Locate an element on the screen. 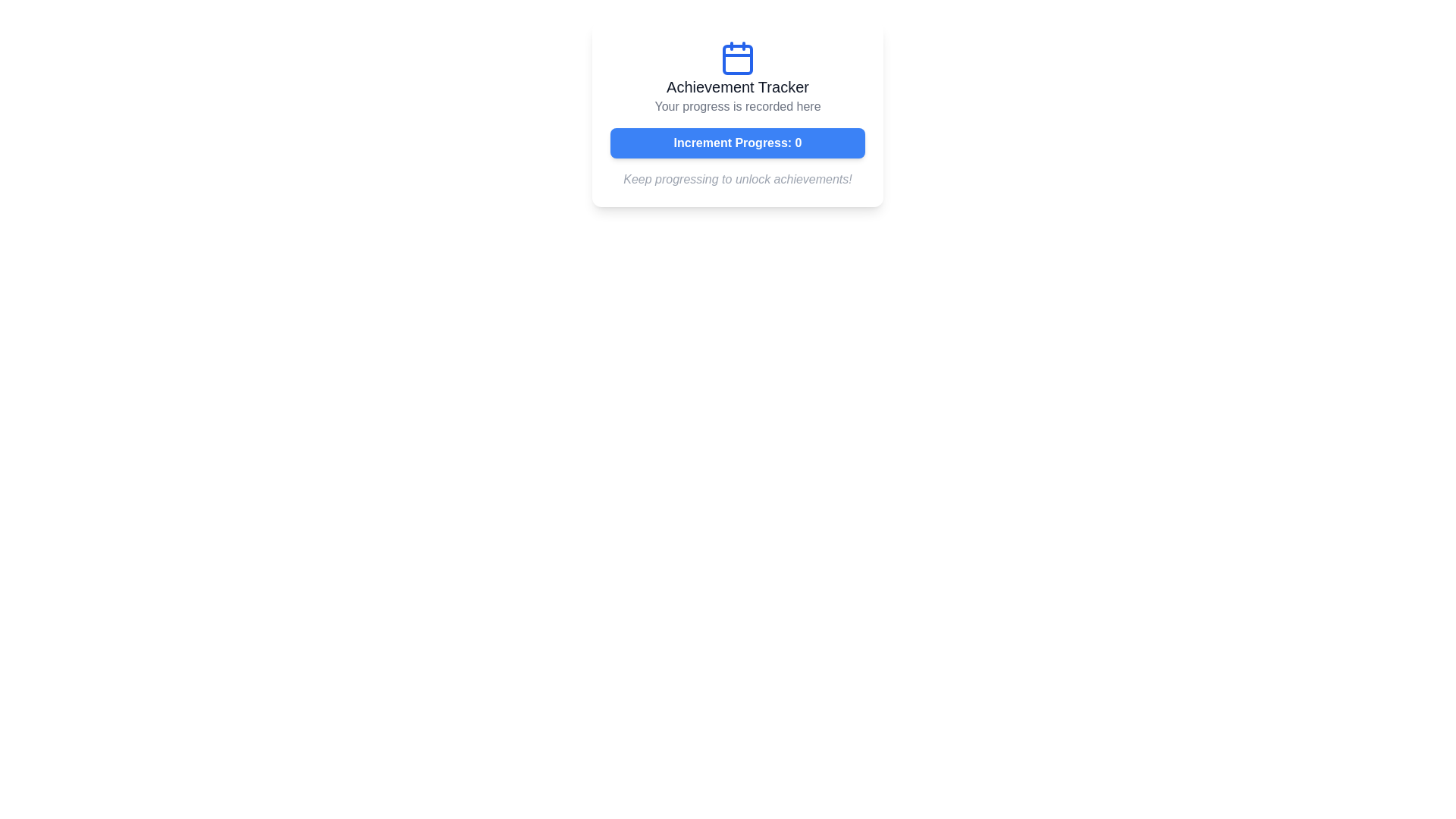 The width and height of the screenshot is (1456, 819). the Text label that provides descriptive information about the progress recording, located directly below the 'Achievement Tracker' title and above the 'Increment Progress: 0' button is located at coordinates (738, 106).